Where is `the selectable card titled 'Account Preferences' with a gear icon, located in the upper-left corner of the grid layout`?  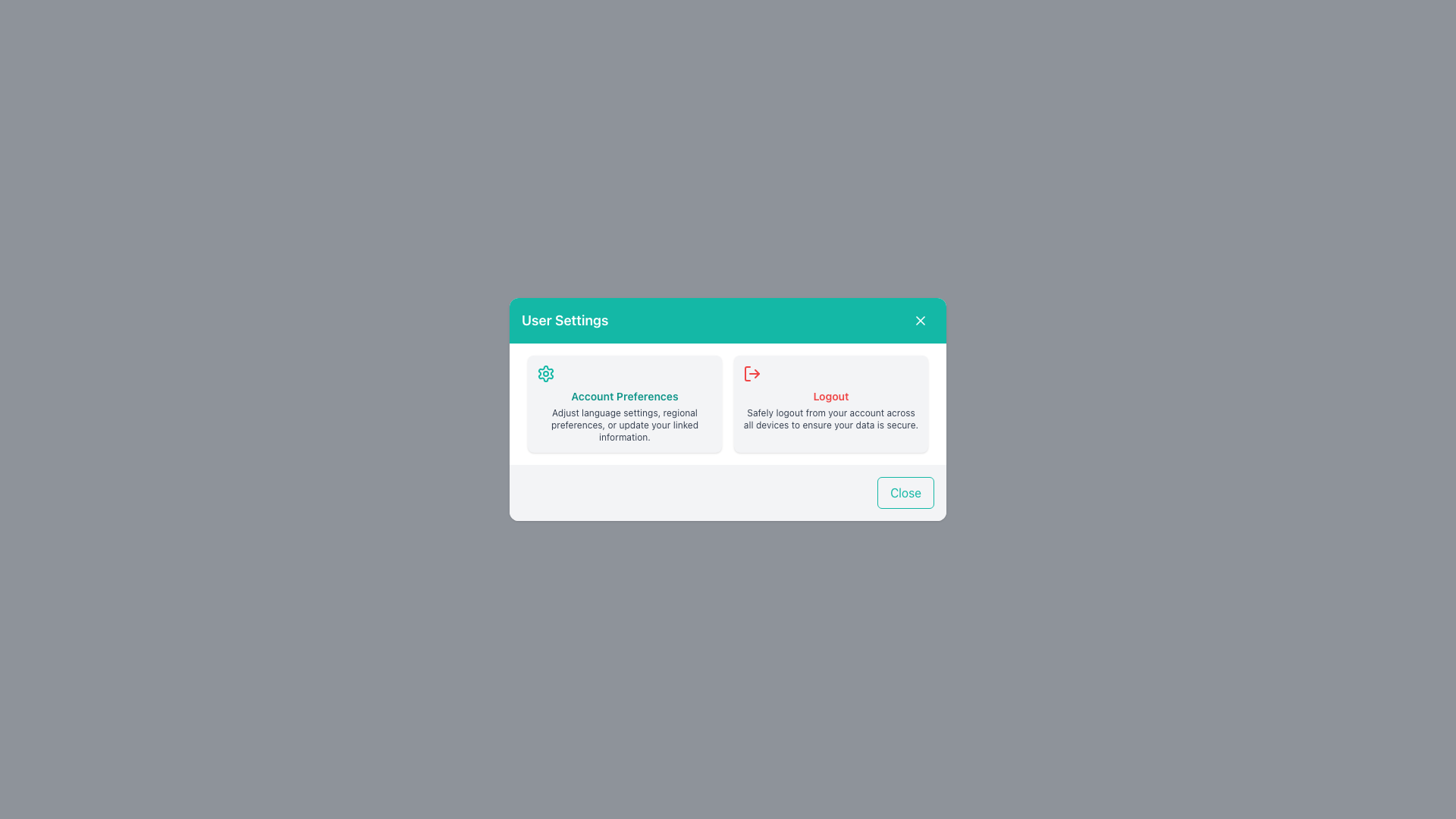 the selectable card titled 'Account Preferences' with a gear icon, located in the upper-left corner of the grid layout is located at coordinates (625, 403).